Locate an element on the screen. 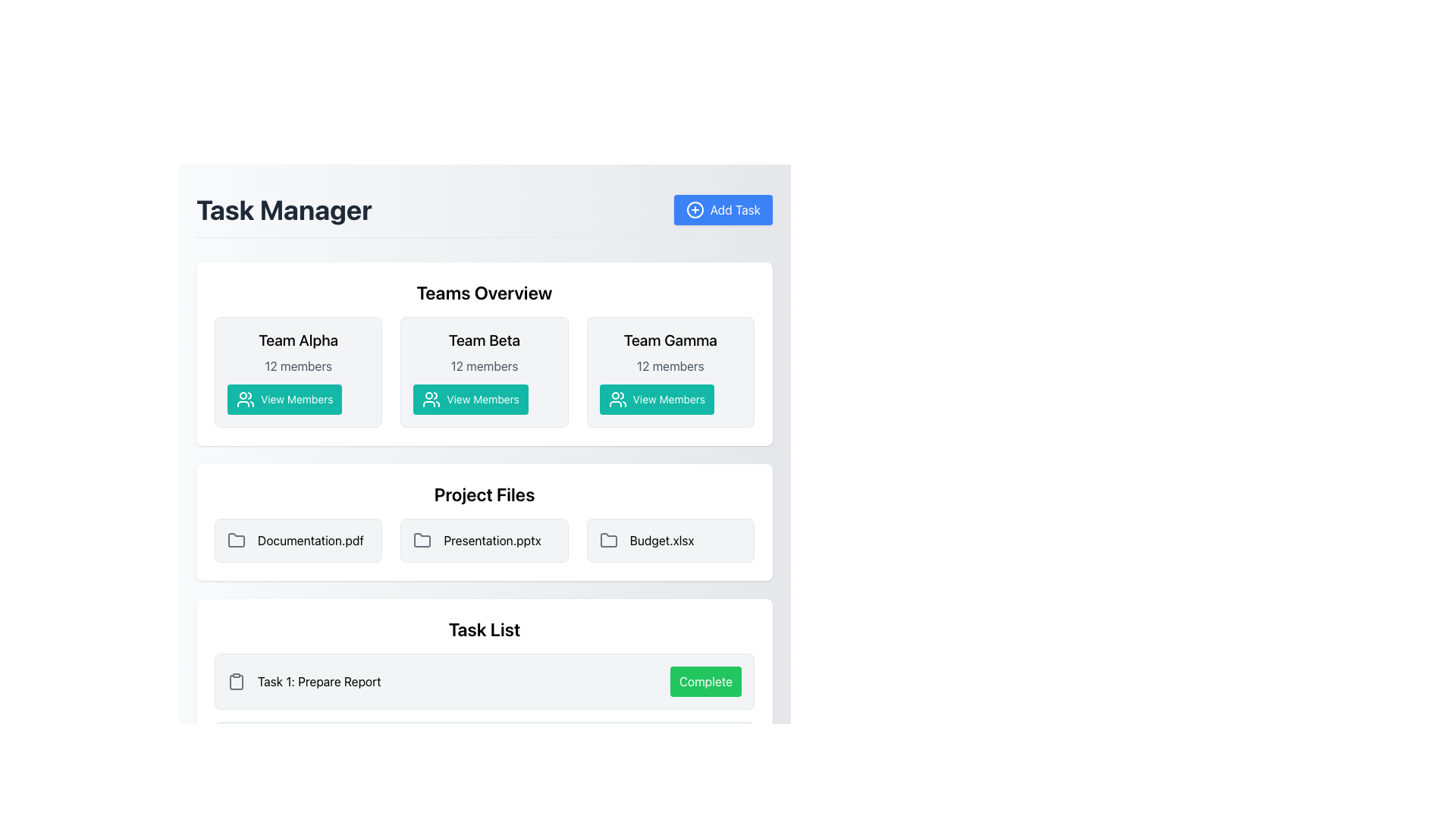 The width and height of the screenshot is (1456, 819). the members' icon, which is a teal-colored icon depicting two user figures, located on the 'View Members' button in the 'Team Gamma' card within the 'Teams Overview' section is located at coordinates (617, 399).